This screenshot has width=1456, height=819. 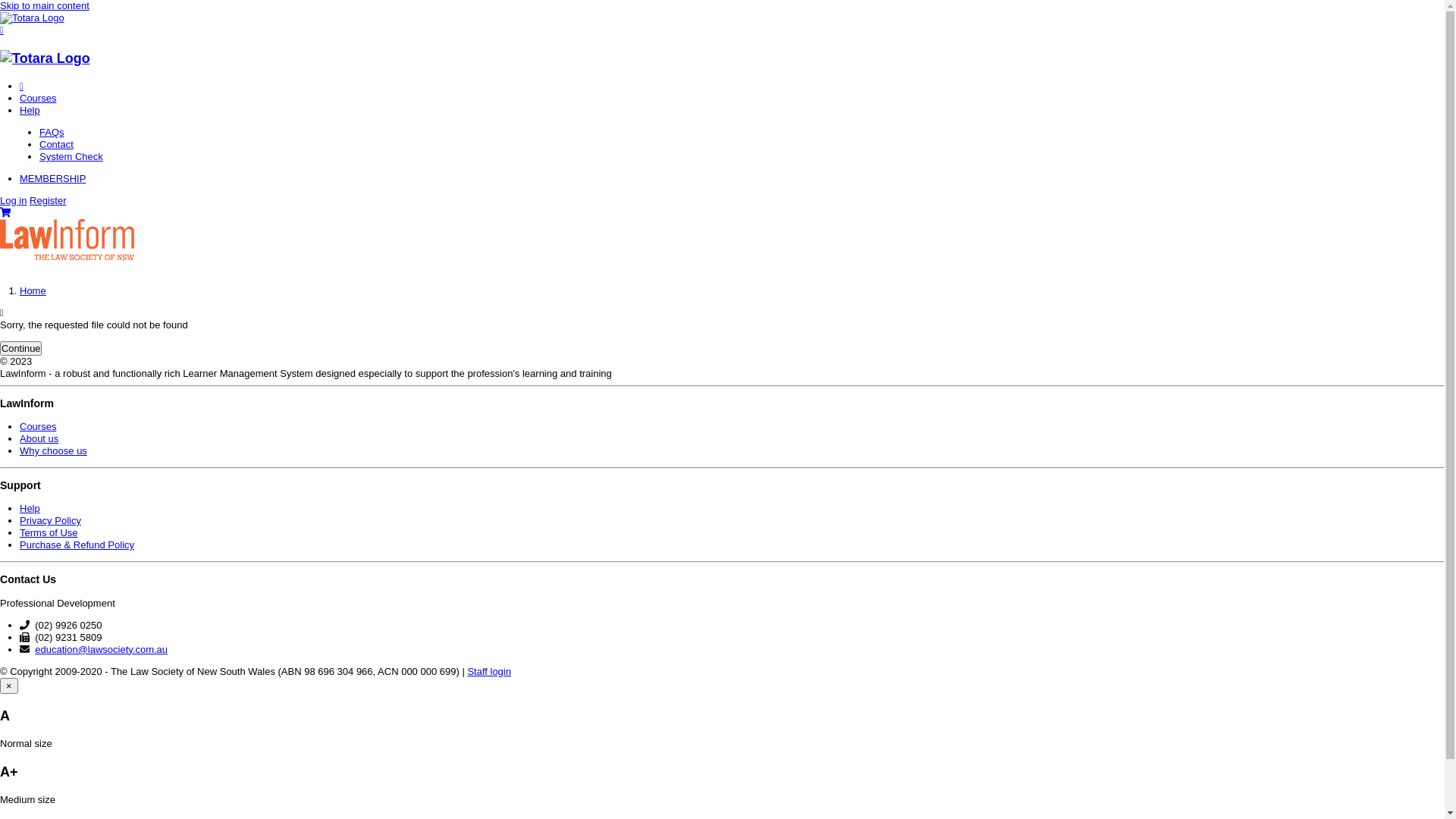 What do you see at coordinates (66, 256) in the screenshot?
I see `'LawInform'` at bounding box center [66, 256].